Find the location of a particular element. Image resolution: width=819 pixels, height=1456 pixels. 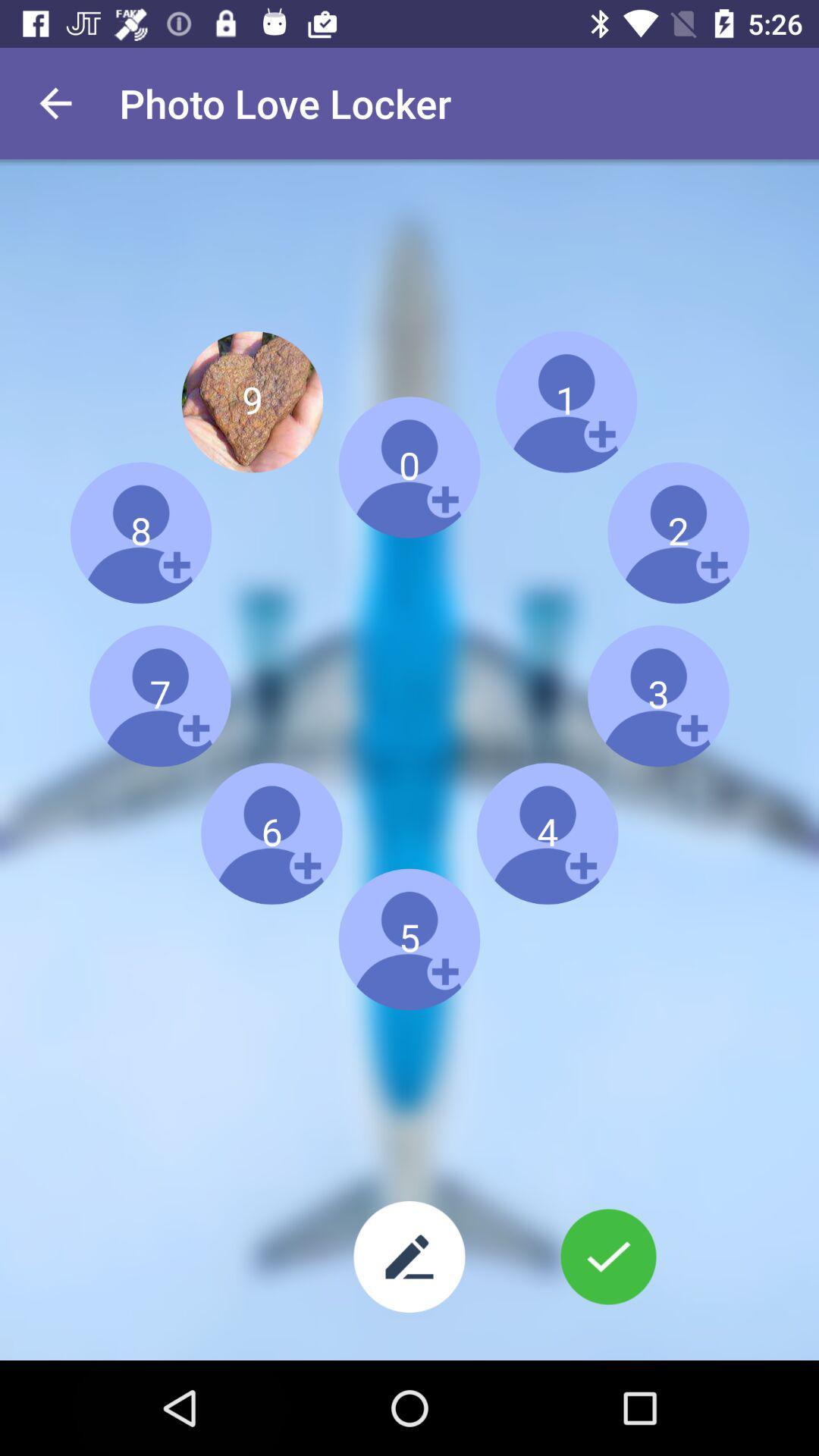

the check icon is located at coordinates (607, 1257).